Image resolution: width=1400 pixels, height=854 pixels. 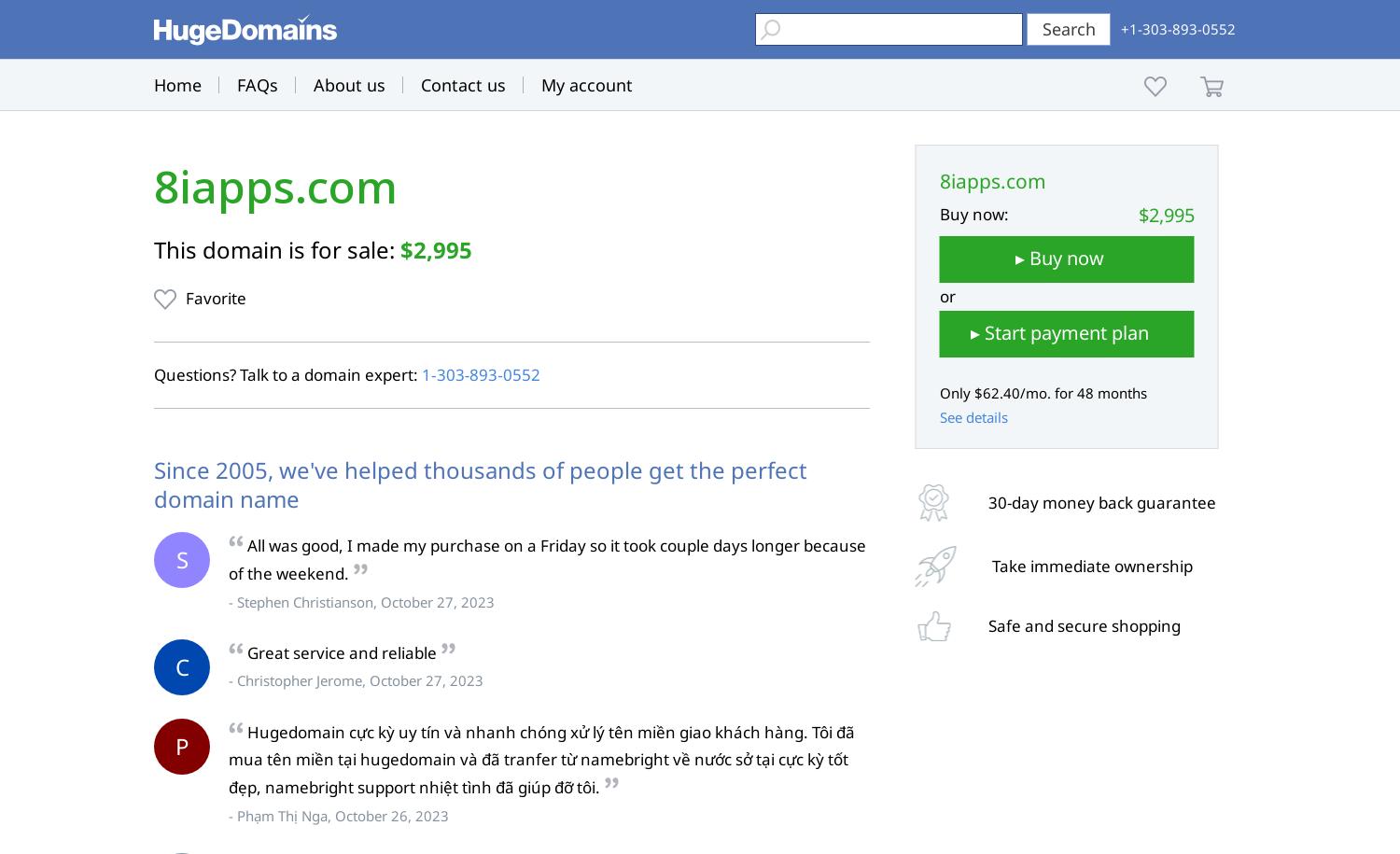 I want to click on '- Phạm Thị Nga, October 26, 2023', so click(x=338, y=814).